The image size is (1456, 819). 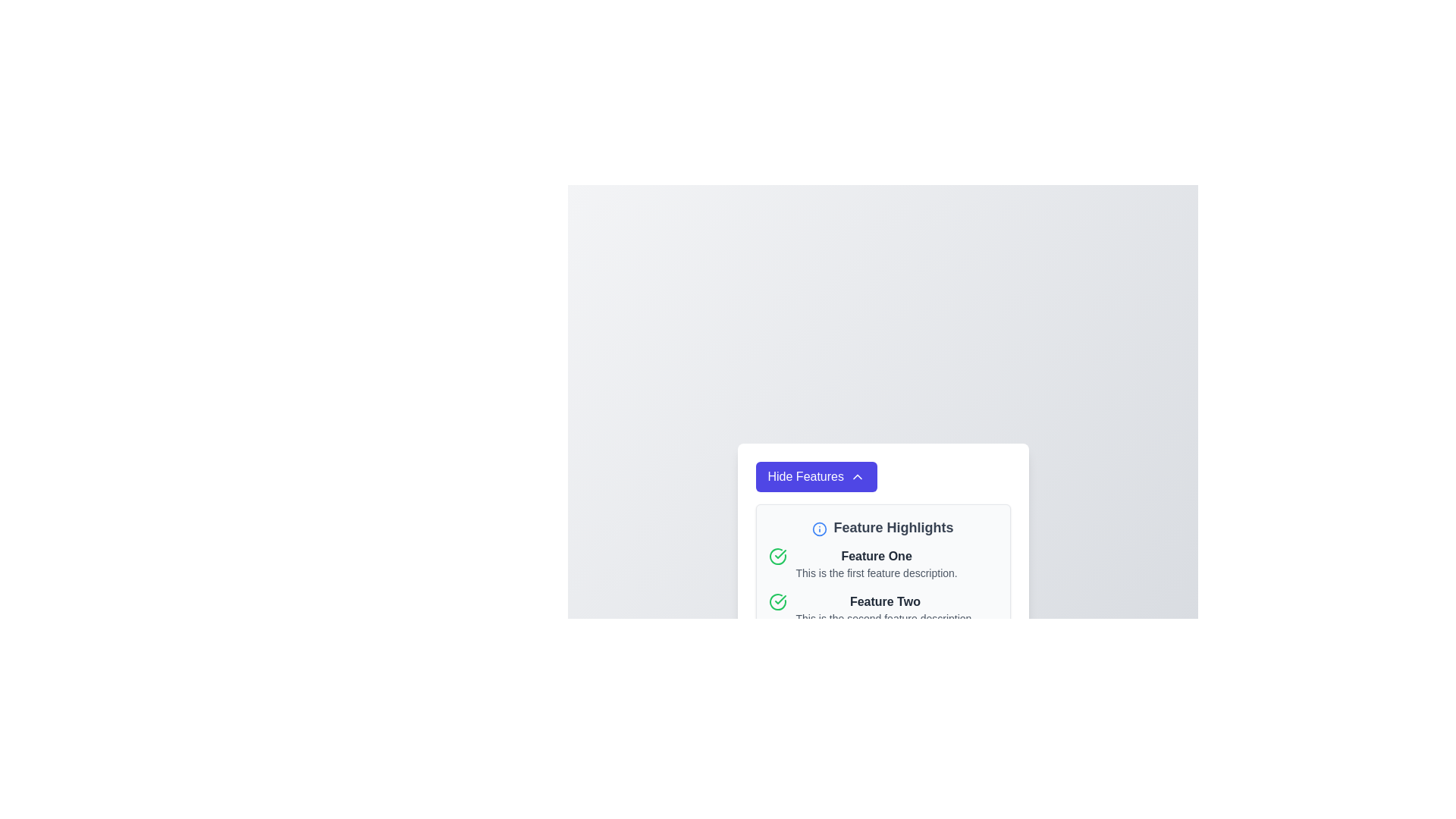 I want to click on the static text reading 'This is the first feature description.' which is positioned below the title 'Feature One' and is part of a vertical stack of feature descriptions, so click(x=877, y=573).